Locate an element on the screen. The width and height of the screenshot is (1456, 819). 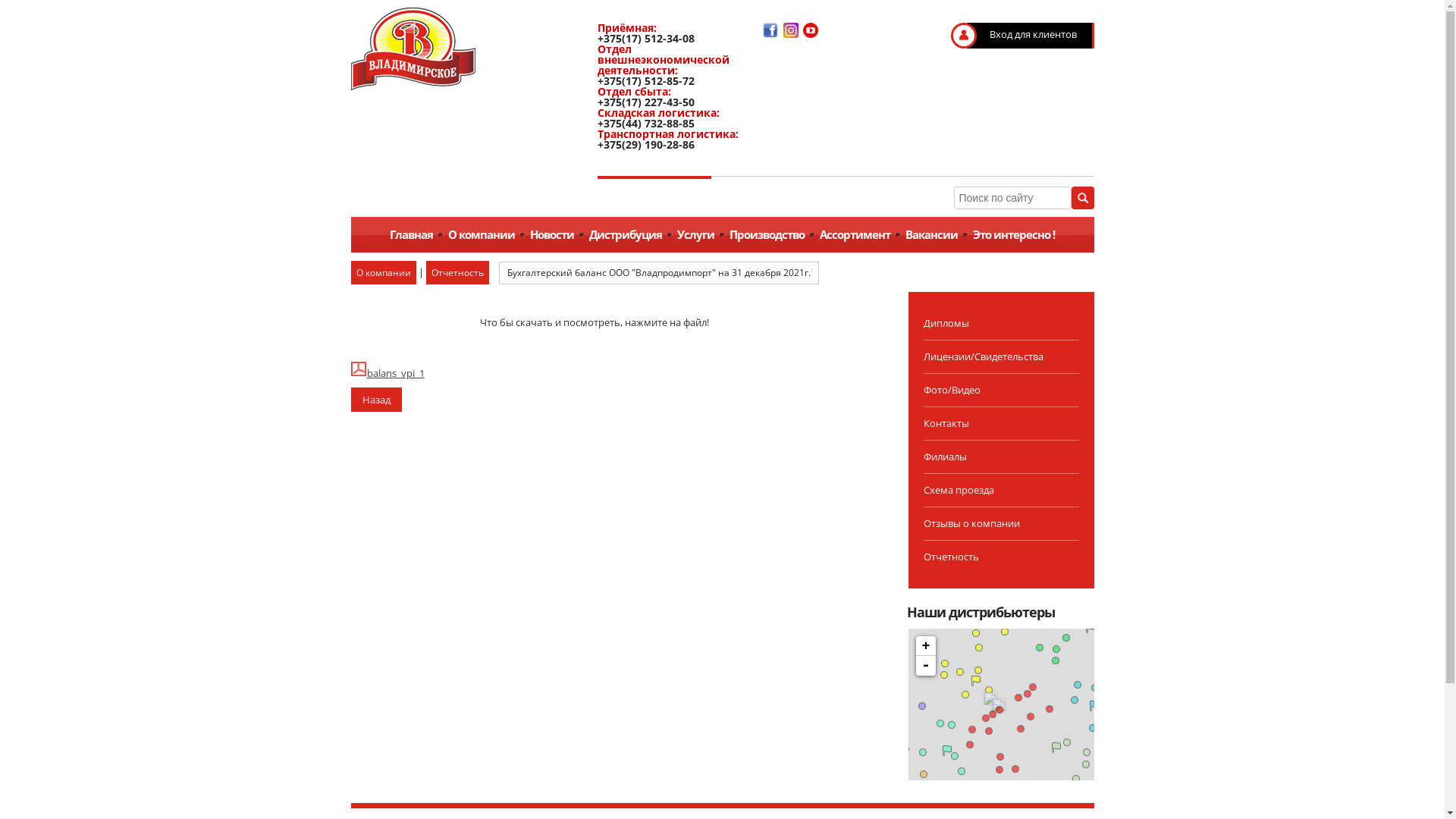
'-' is located at coordinates (924, 665).